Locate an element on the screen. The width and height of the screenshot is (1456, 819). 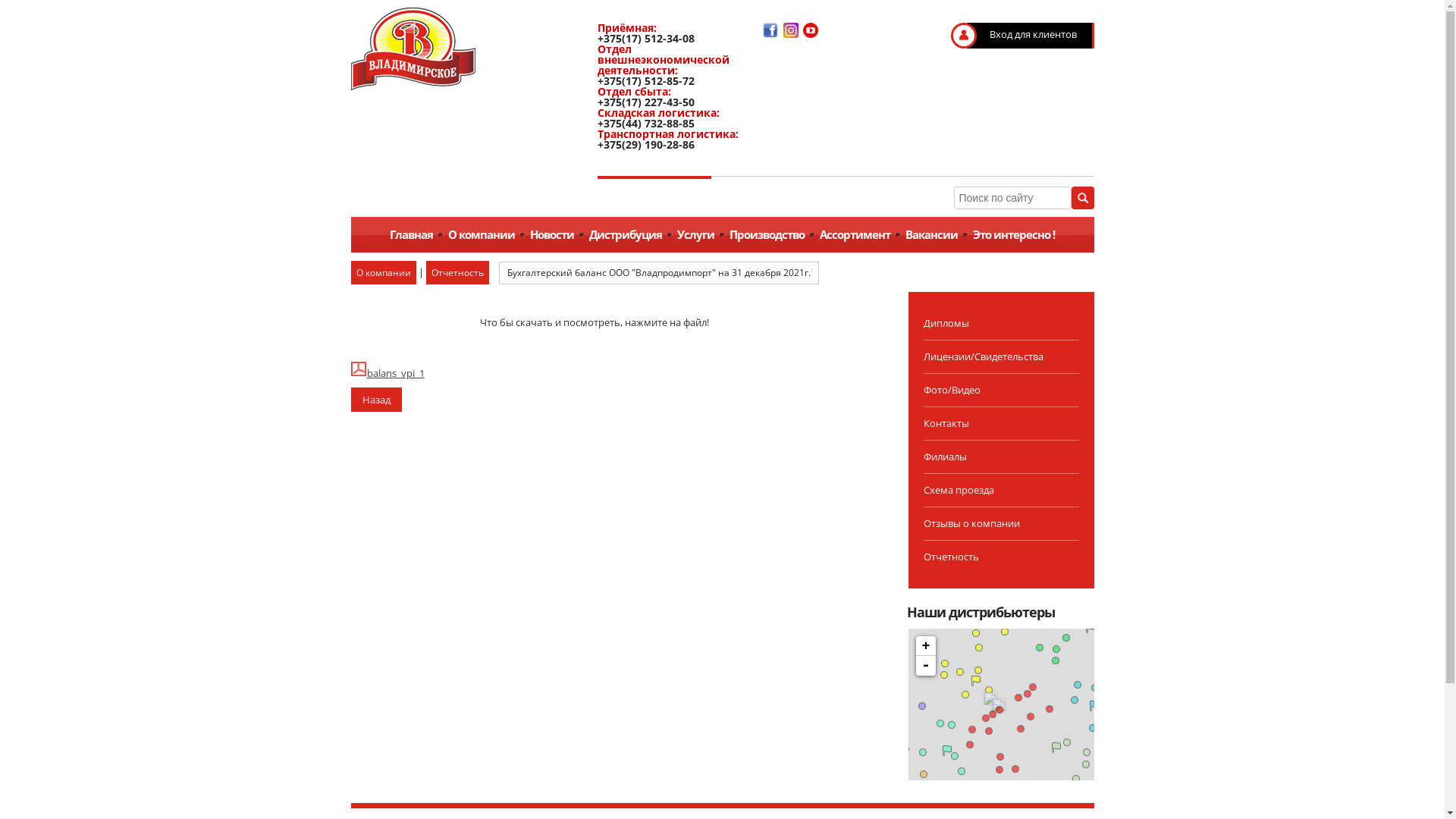
'-' is located at coordinates (924, 665).